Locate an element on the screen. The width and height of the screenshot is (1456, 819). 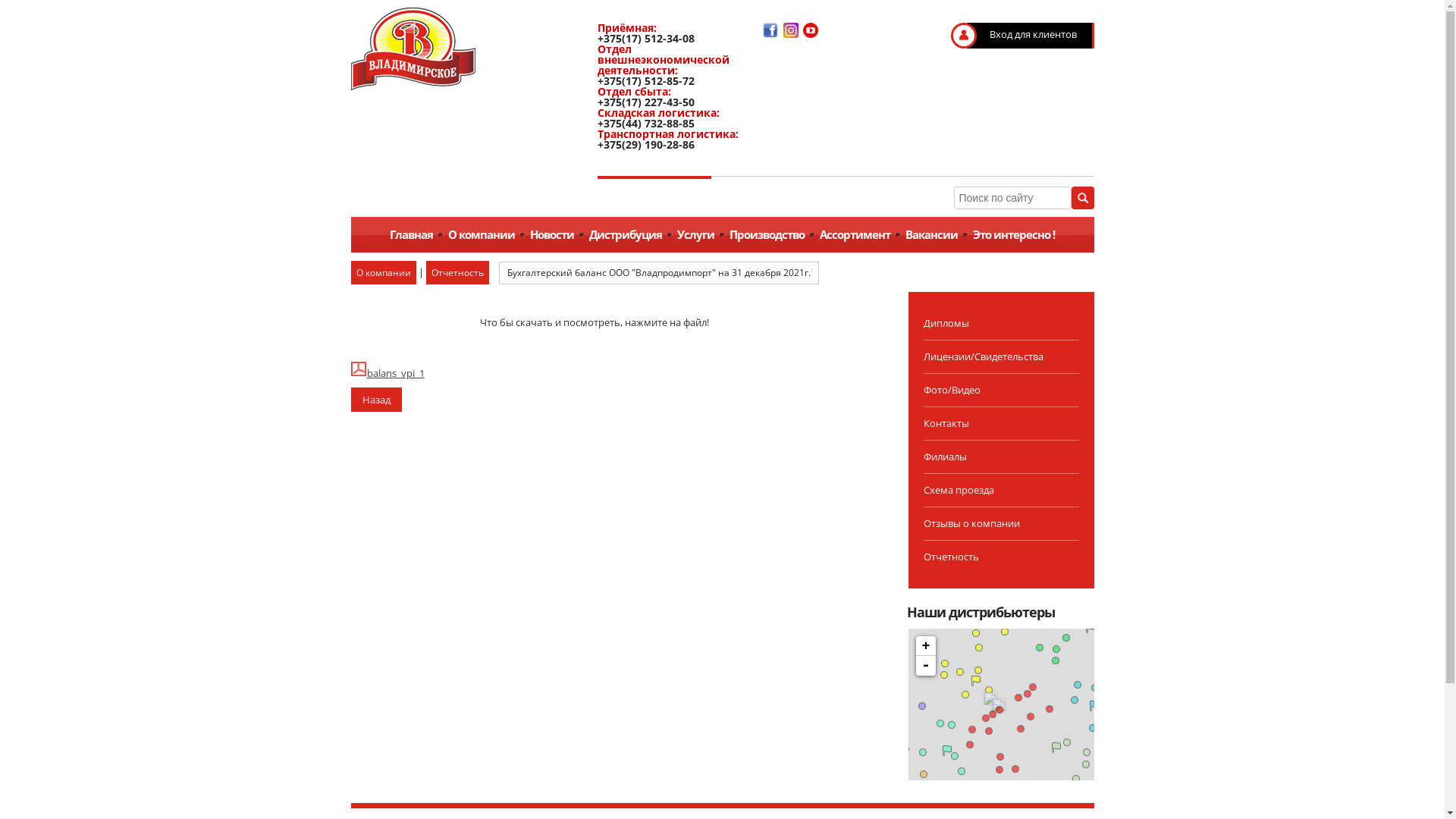
'-' is located at coordinates (924, 665).